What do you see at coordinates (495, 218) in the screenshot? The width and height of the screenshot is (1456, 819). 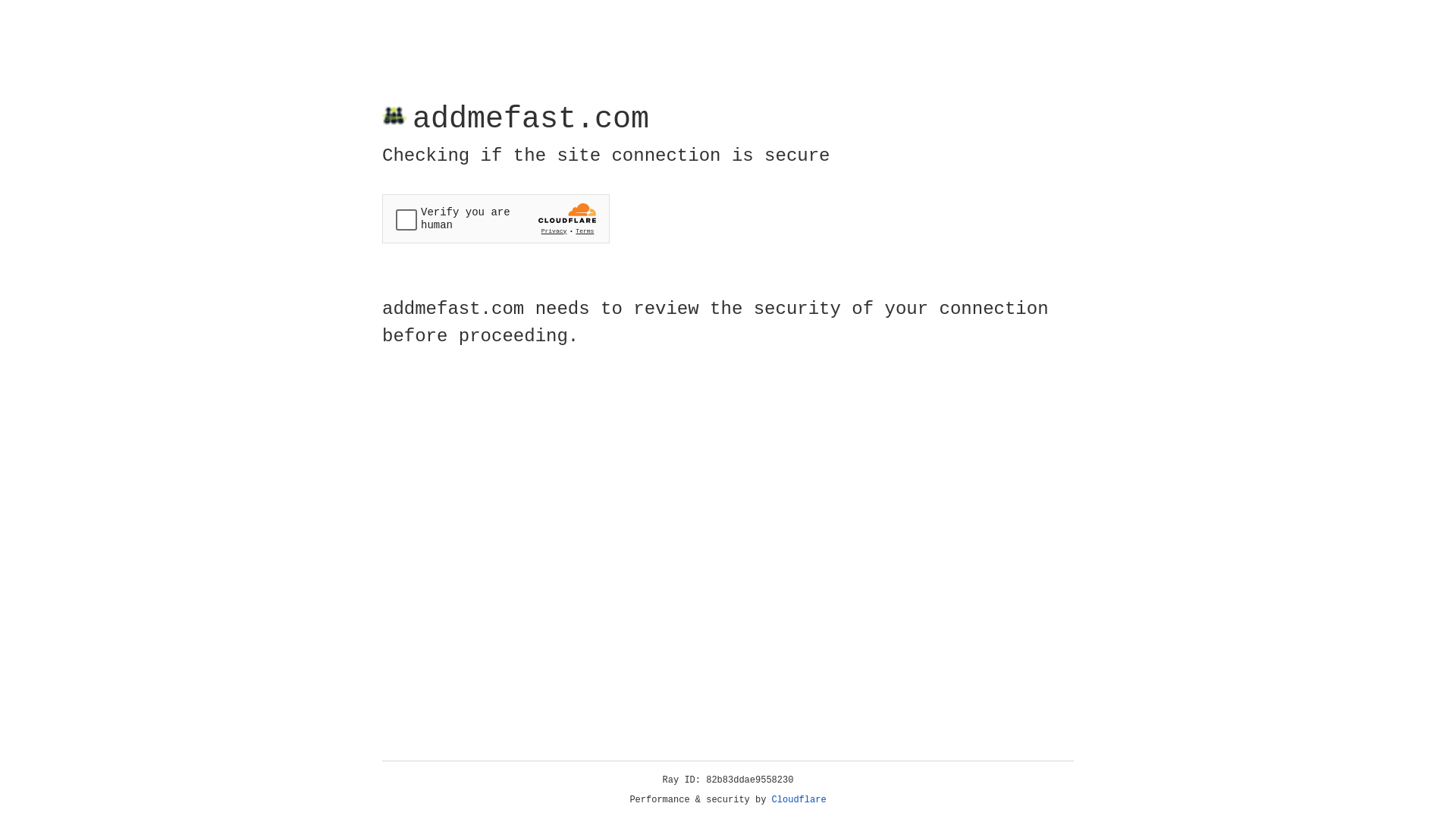 I see `'Widget containing a Cloudflare security challenge'` at bounding box center [495, 218].